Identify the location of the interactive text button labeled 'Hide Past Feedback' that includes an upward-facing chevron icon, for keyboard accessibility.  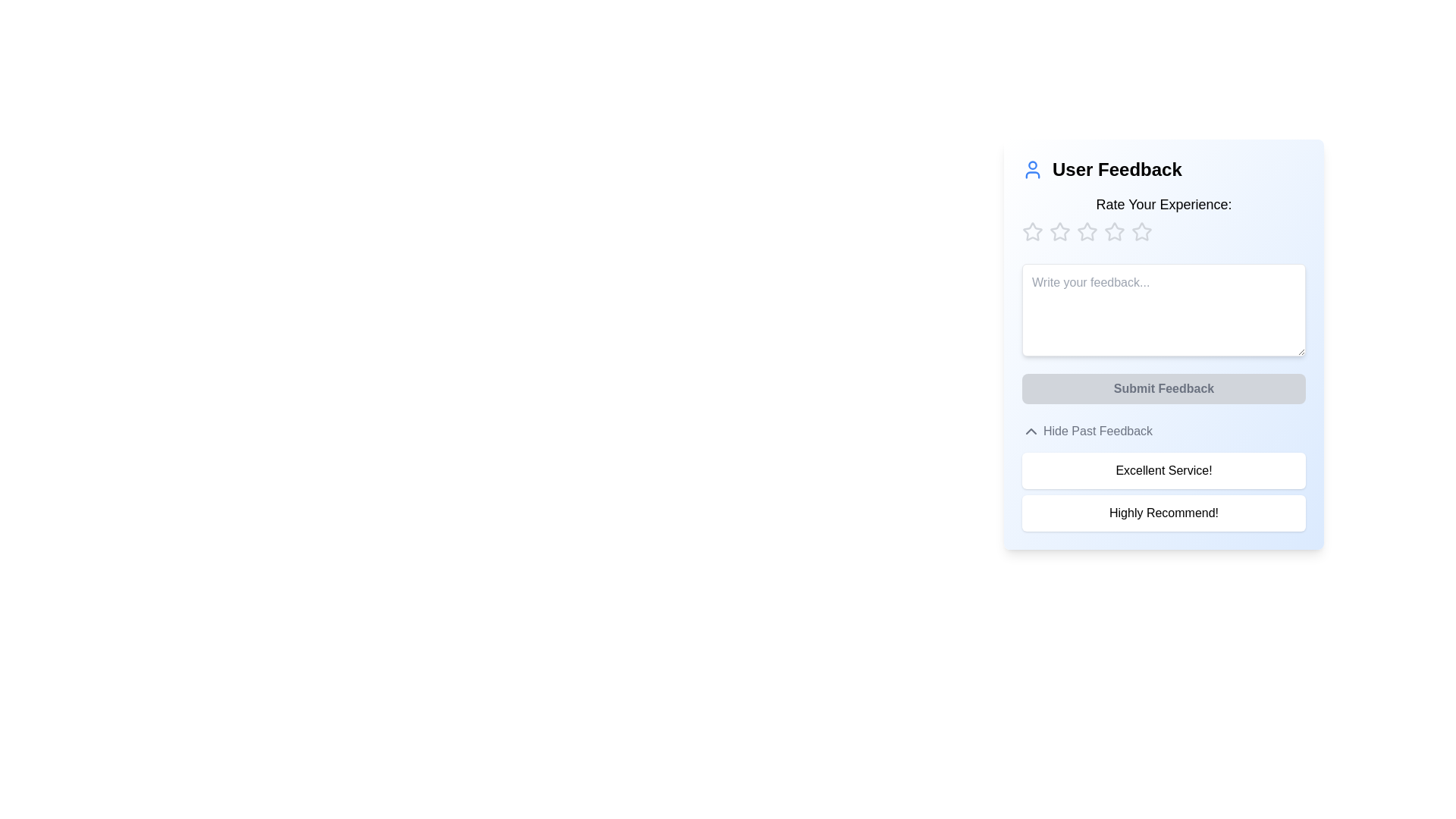
(1087, 431).